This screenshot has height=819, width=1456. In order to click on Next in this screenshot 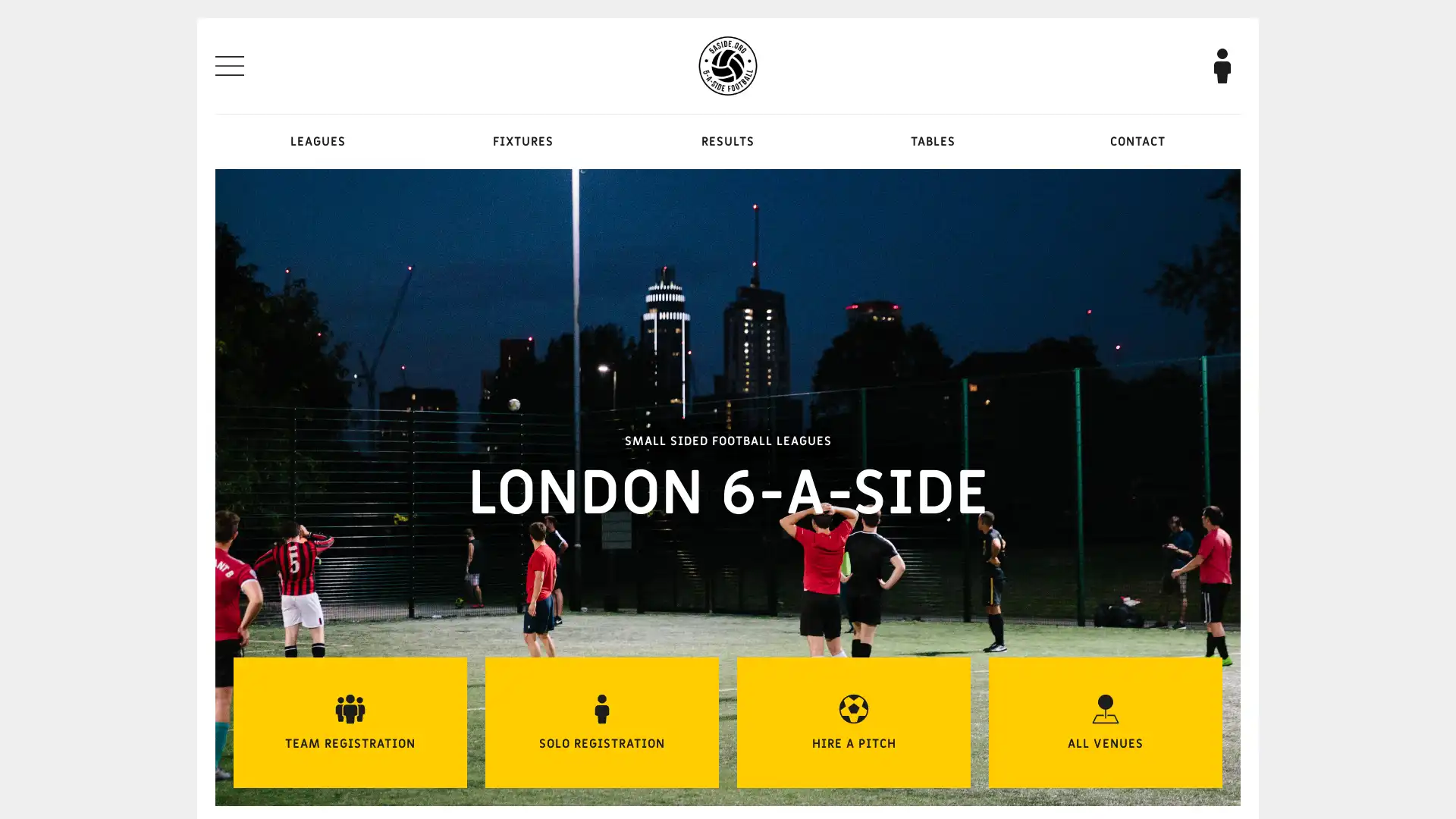, I will do `click(1252, 488)`.